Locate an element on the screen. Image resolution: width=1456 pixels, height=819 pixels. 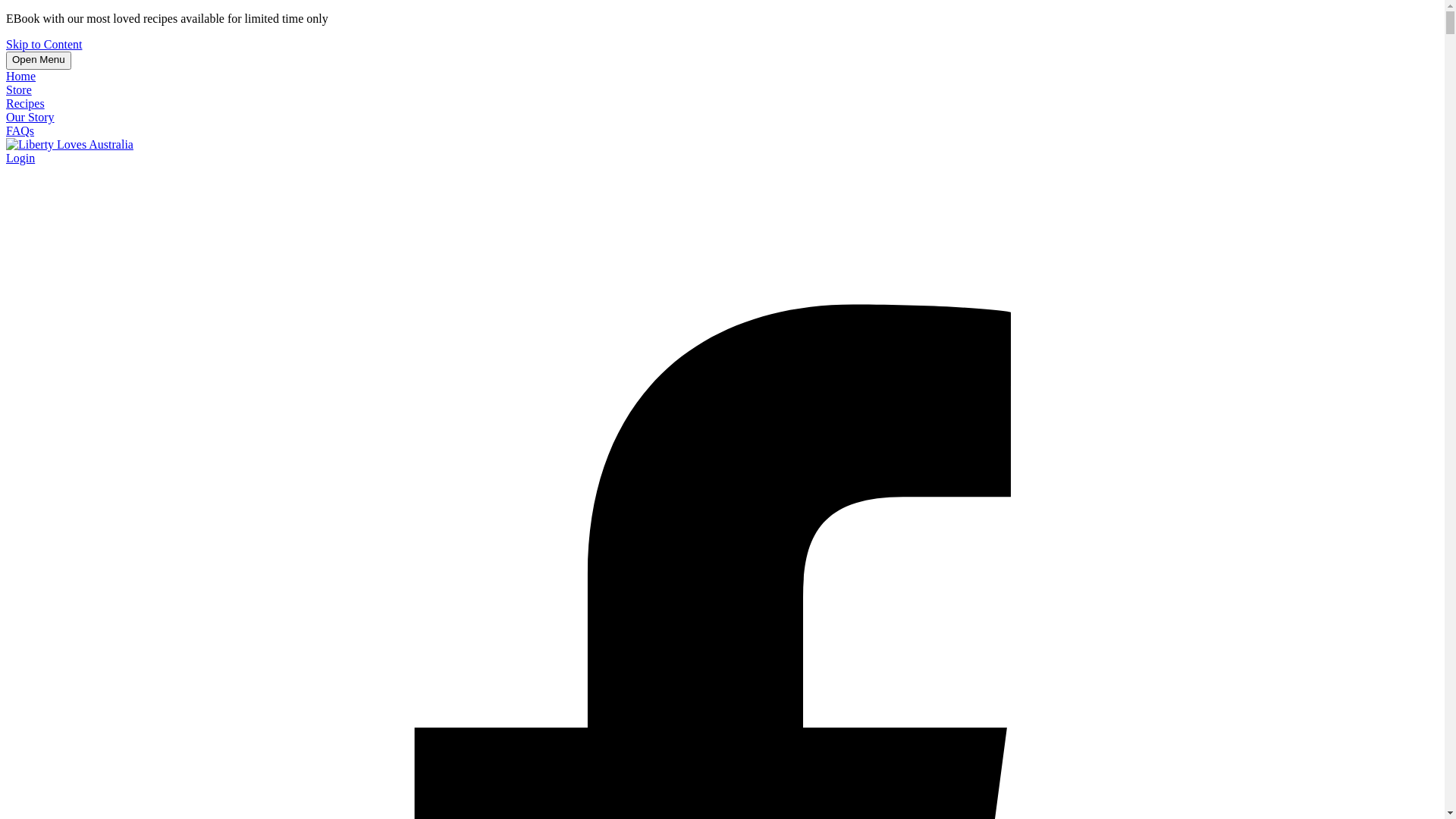
'Recipes' is located at coordinates (25, 102).